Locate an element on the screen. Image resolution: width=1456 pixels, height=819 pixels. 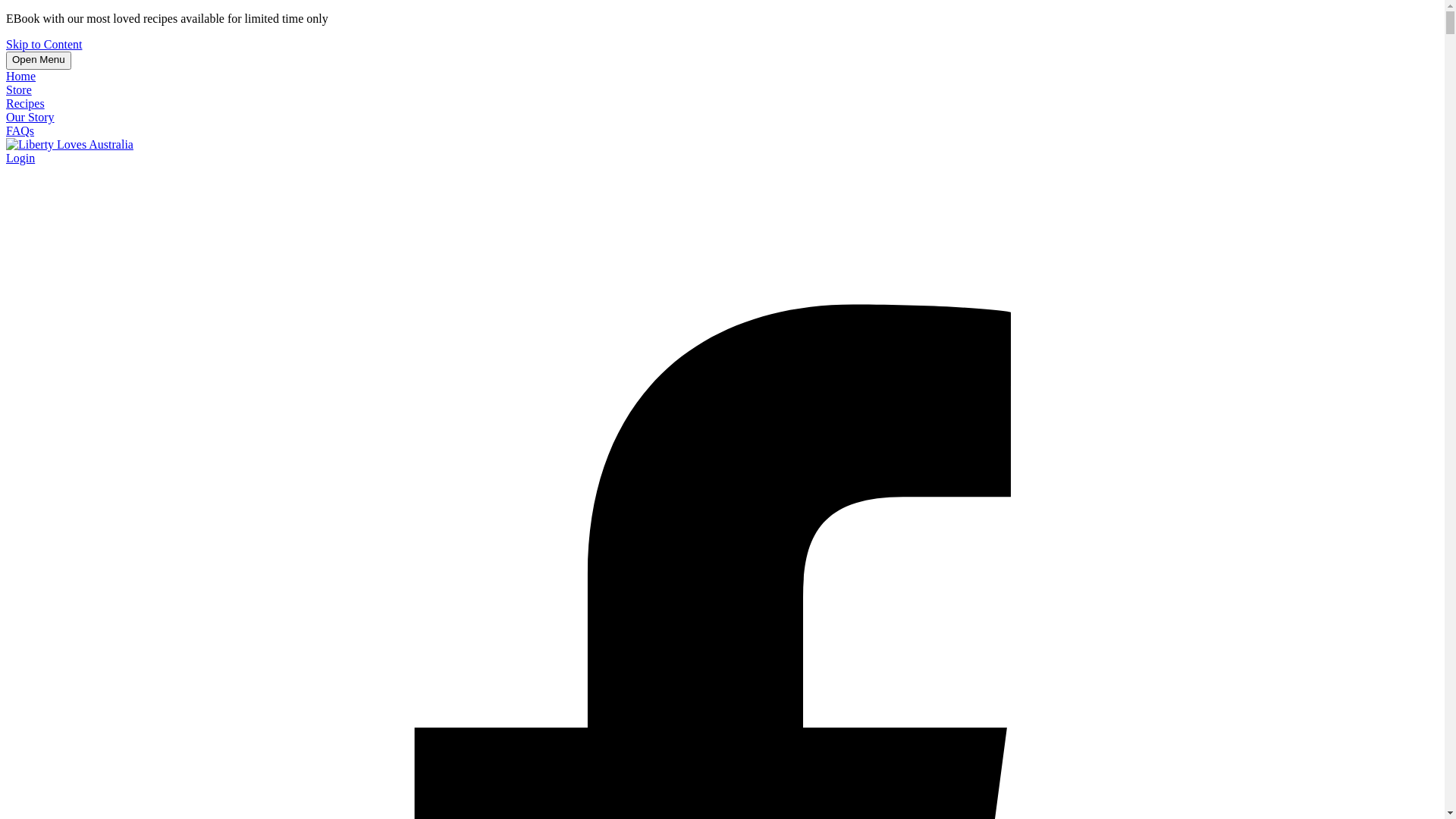
'Recipes' is located at coordinates (25, 102).